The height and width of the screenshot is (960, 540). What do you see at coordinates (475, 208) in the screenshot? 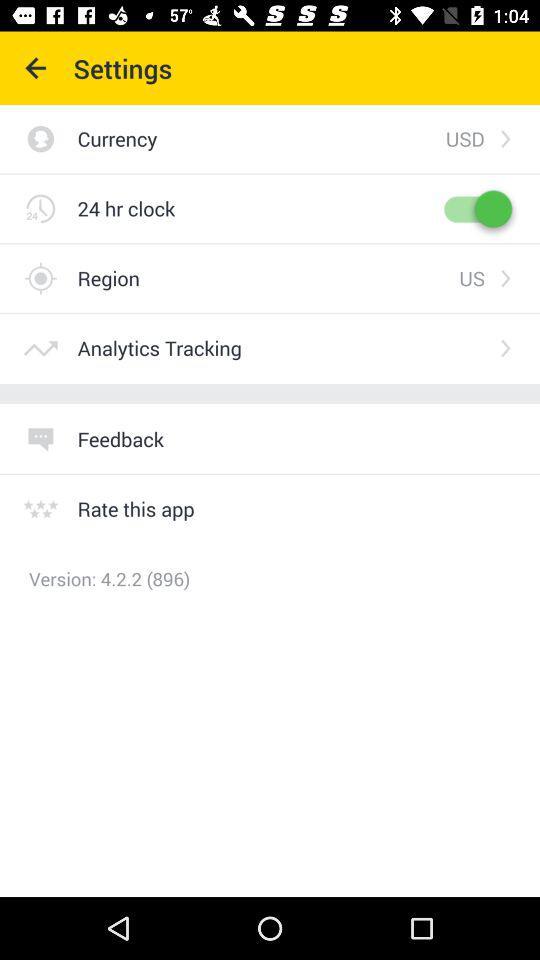
I see `item next to the 24 hr clock` at bounding box center [475, 208].